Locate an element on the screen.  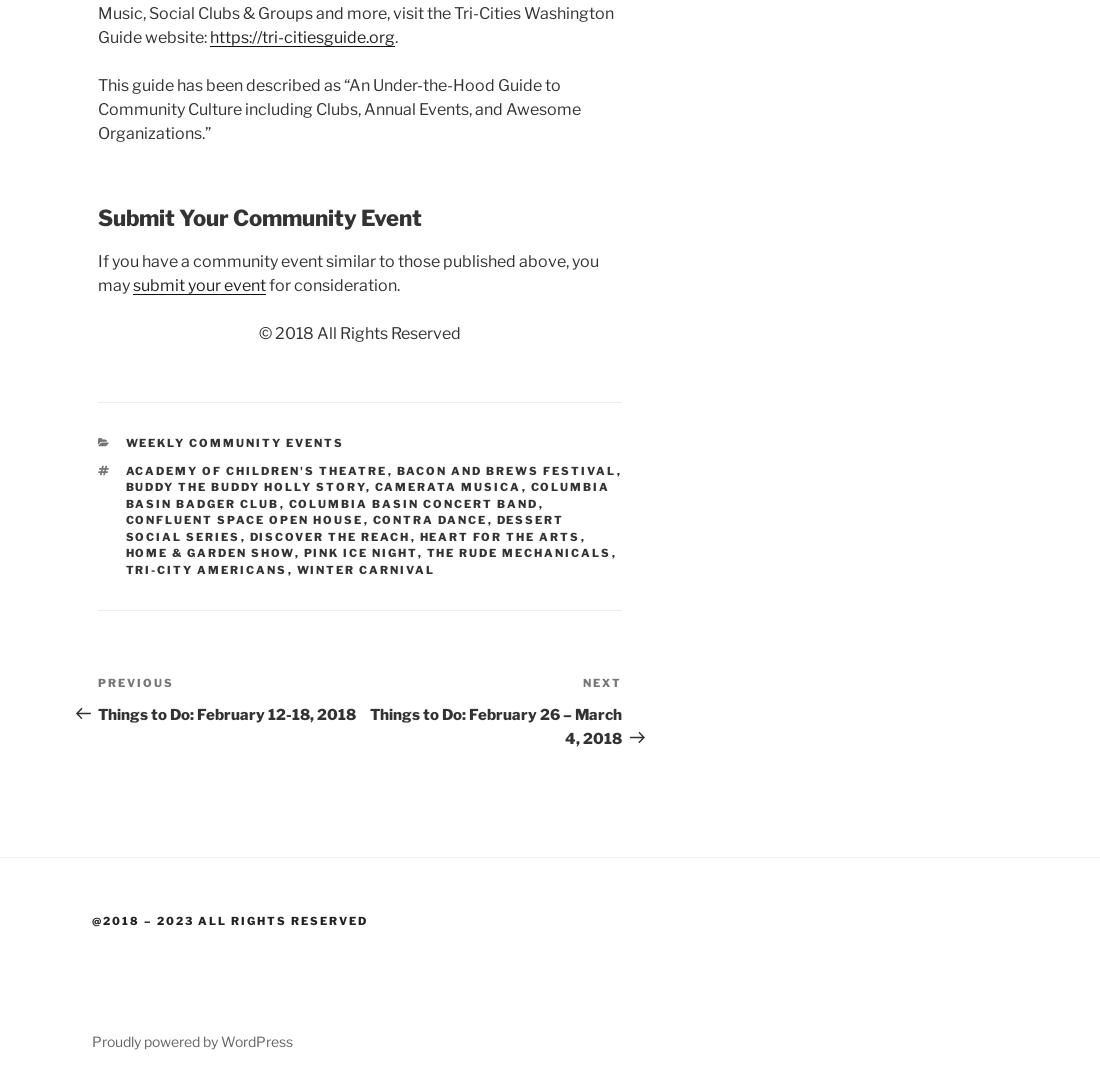
'https://tri-citiesguide.org' is located at coordinates (301, 36).